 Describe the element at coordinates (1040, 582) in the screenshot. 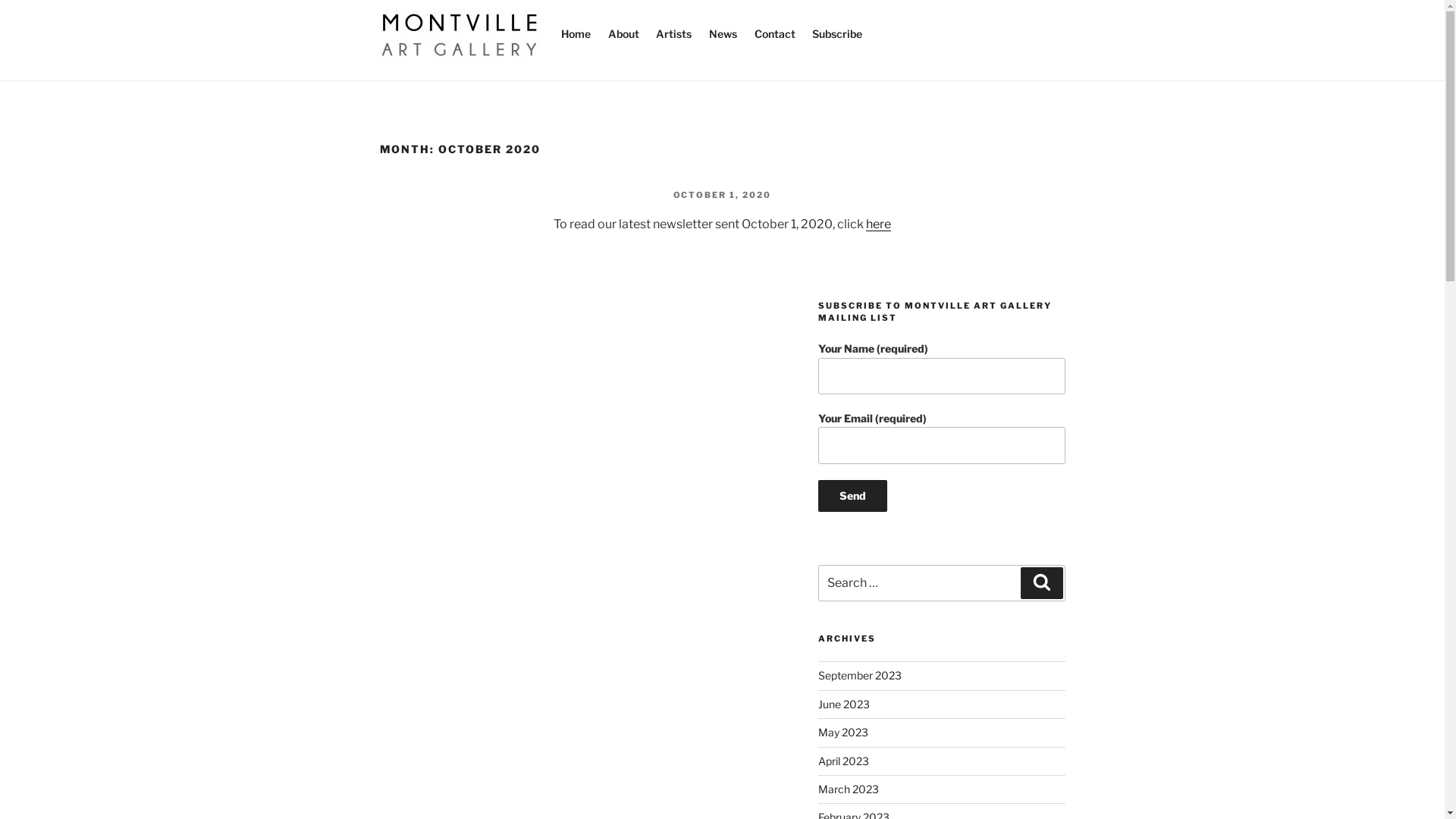

I see `'Search'` at that location.